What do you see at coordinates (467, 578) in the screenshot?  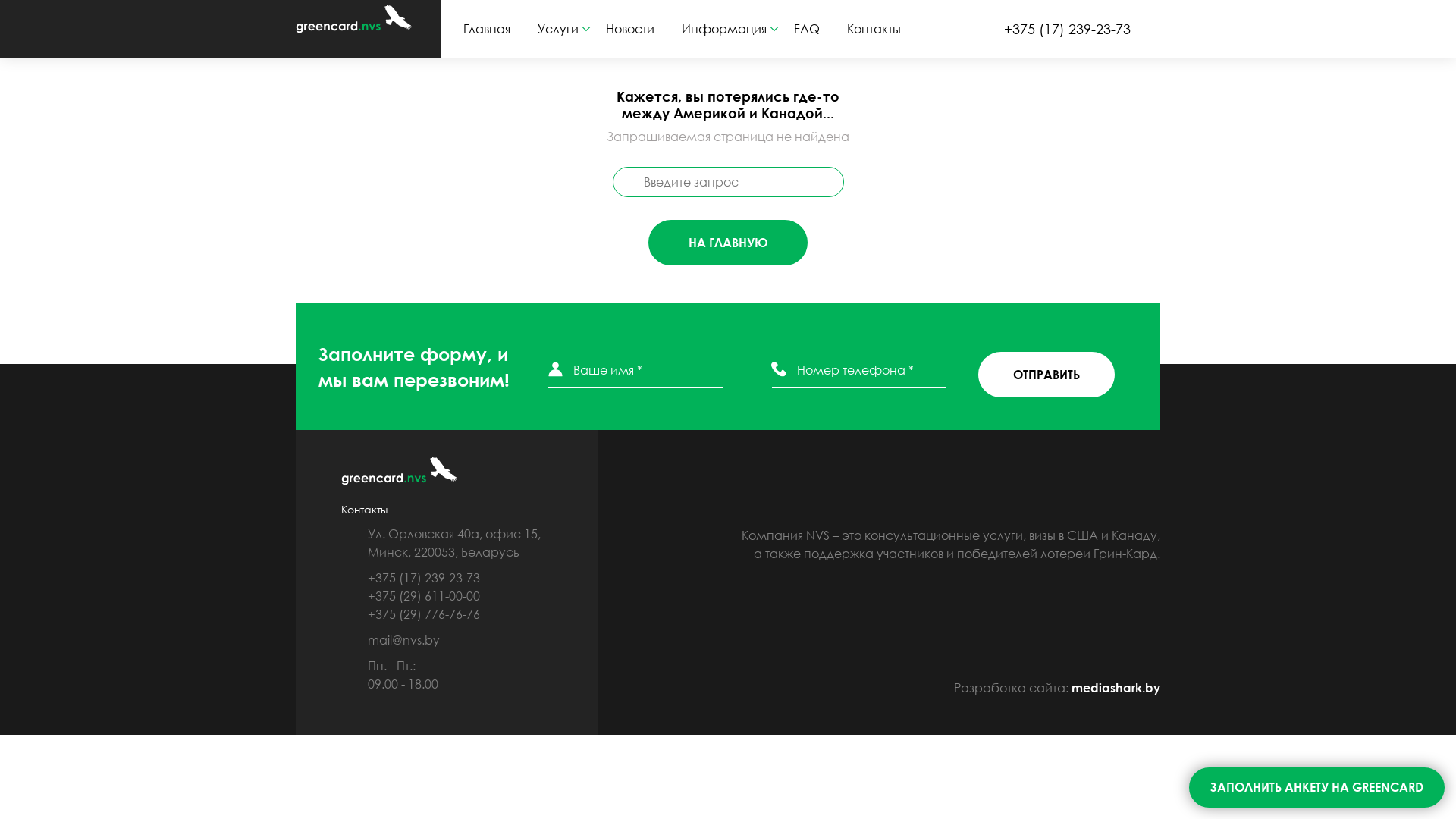 I see `'+375 (17) 239-23-73'` at bounding box center [467, 578].